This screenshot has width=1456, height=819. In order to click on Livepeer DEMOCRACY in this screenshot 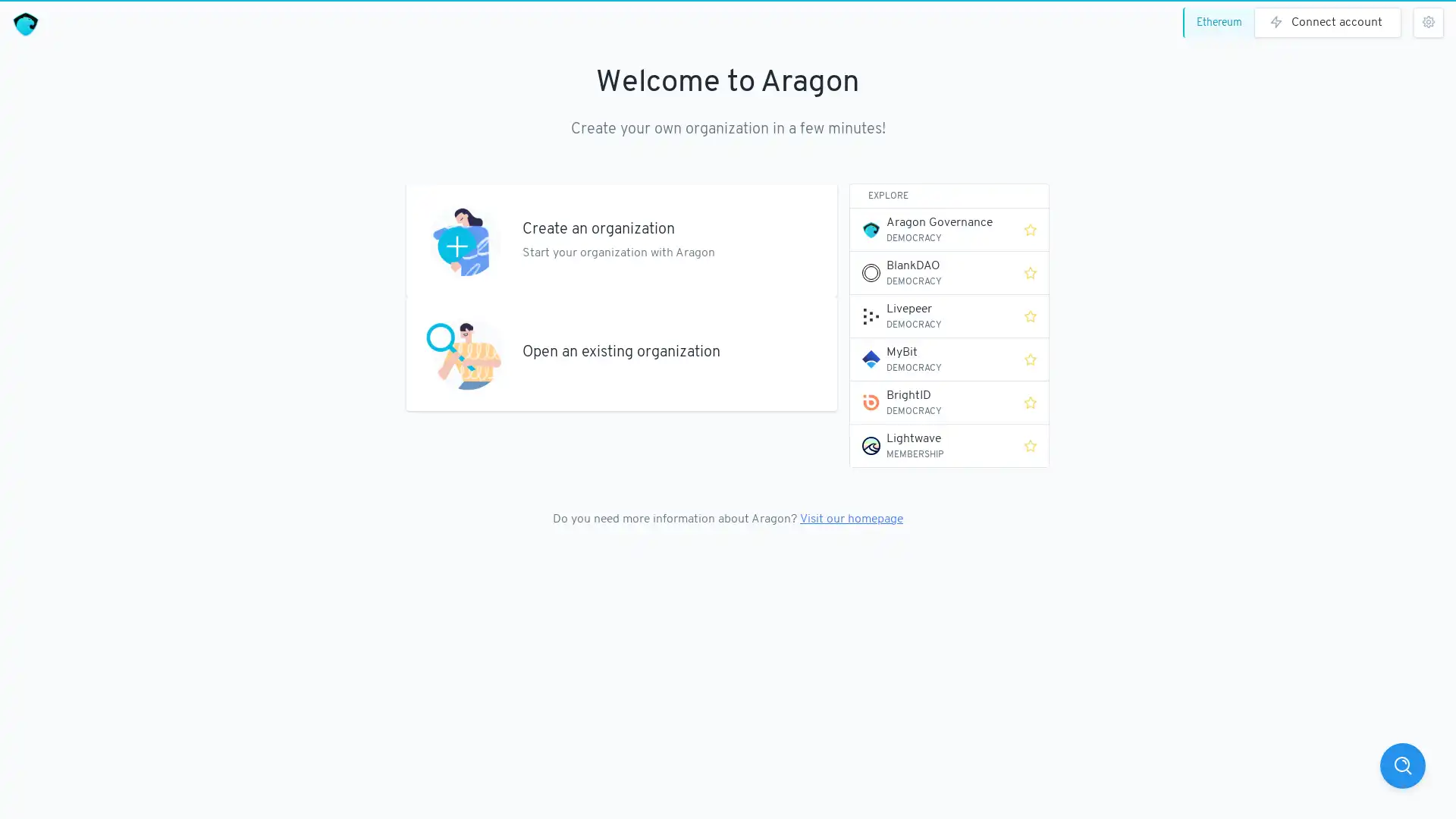, I will do `click(930, 315)`.